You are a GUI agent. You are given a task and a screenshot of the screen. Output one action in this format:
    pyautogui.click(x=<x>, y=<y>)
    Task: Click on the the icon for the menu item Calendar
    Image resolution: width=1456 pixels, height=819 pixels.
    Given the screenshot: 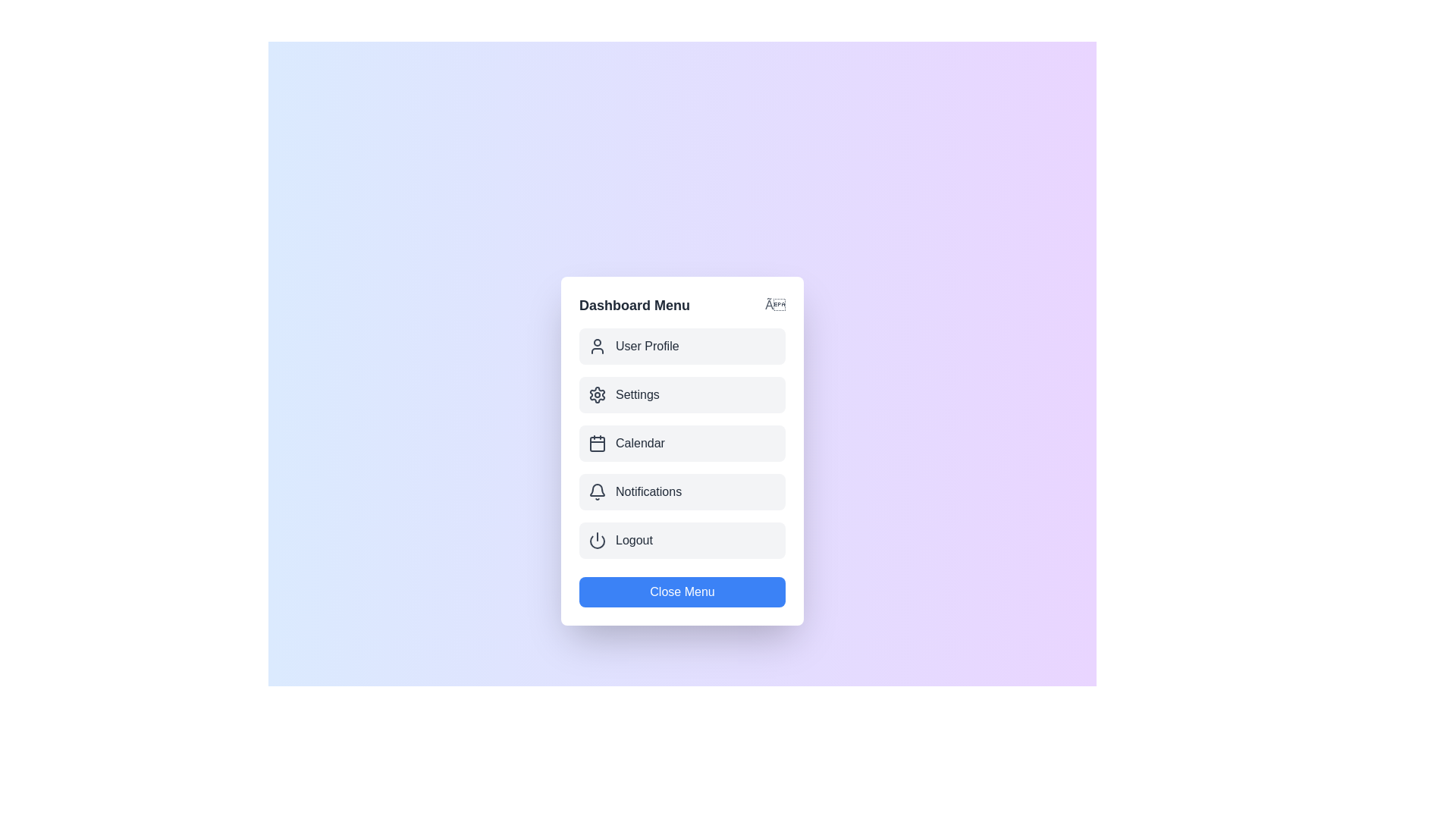 What is the action you would take?
    pyautogui.click(x=596, y=444)
    